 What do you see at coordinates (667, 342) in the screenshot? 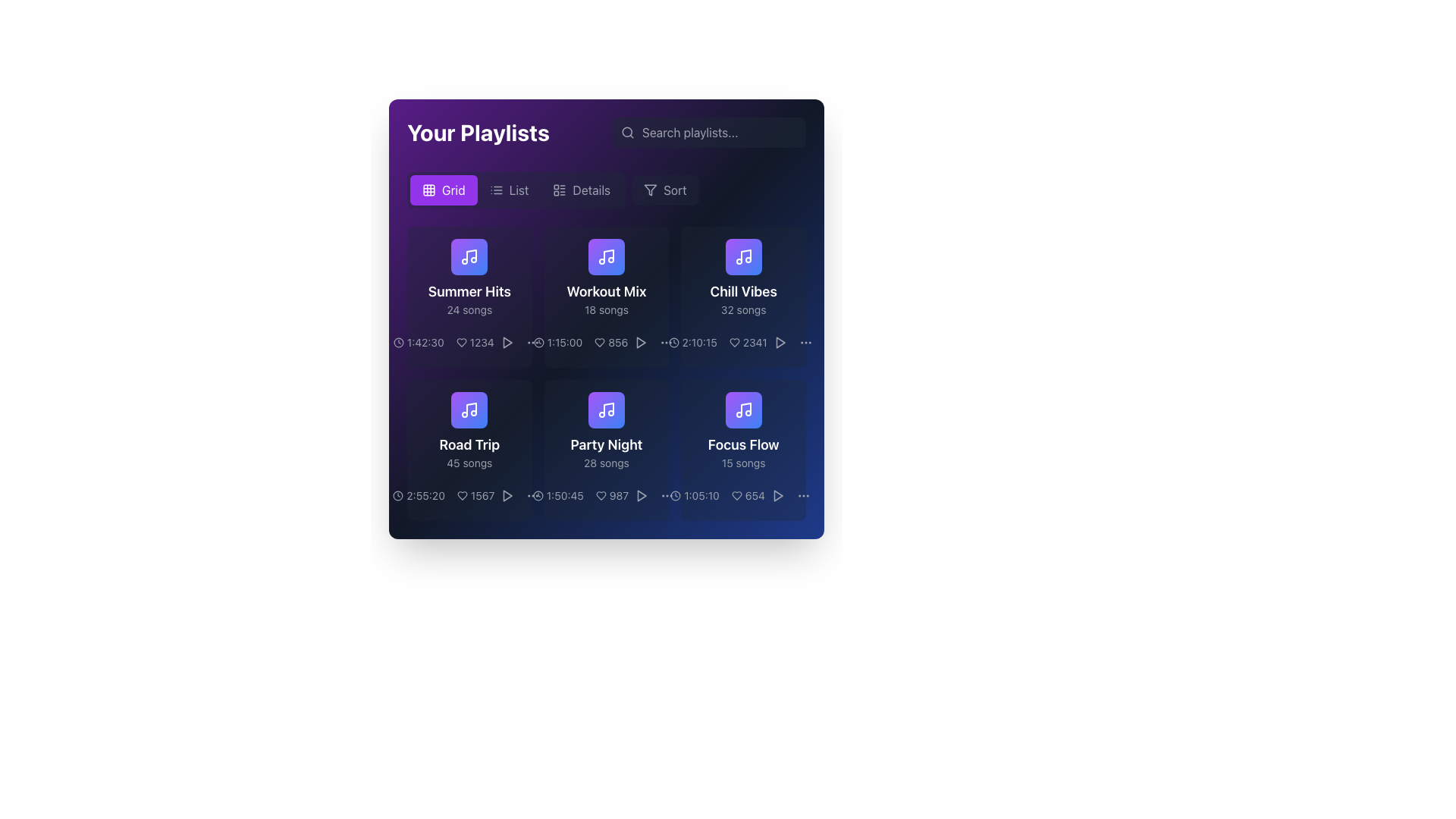
I see `the Icon button located at the bottom right corner of the 'Chill Vibes' playlist card` at bounding box center [667, 342].